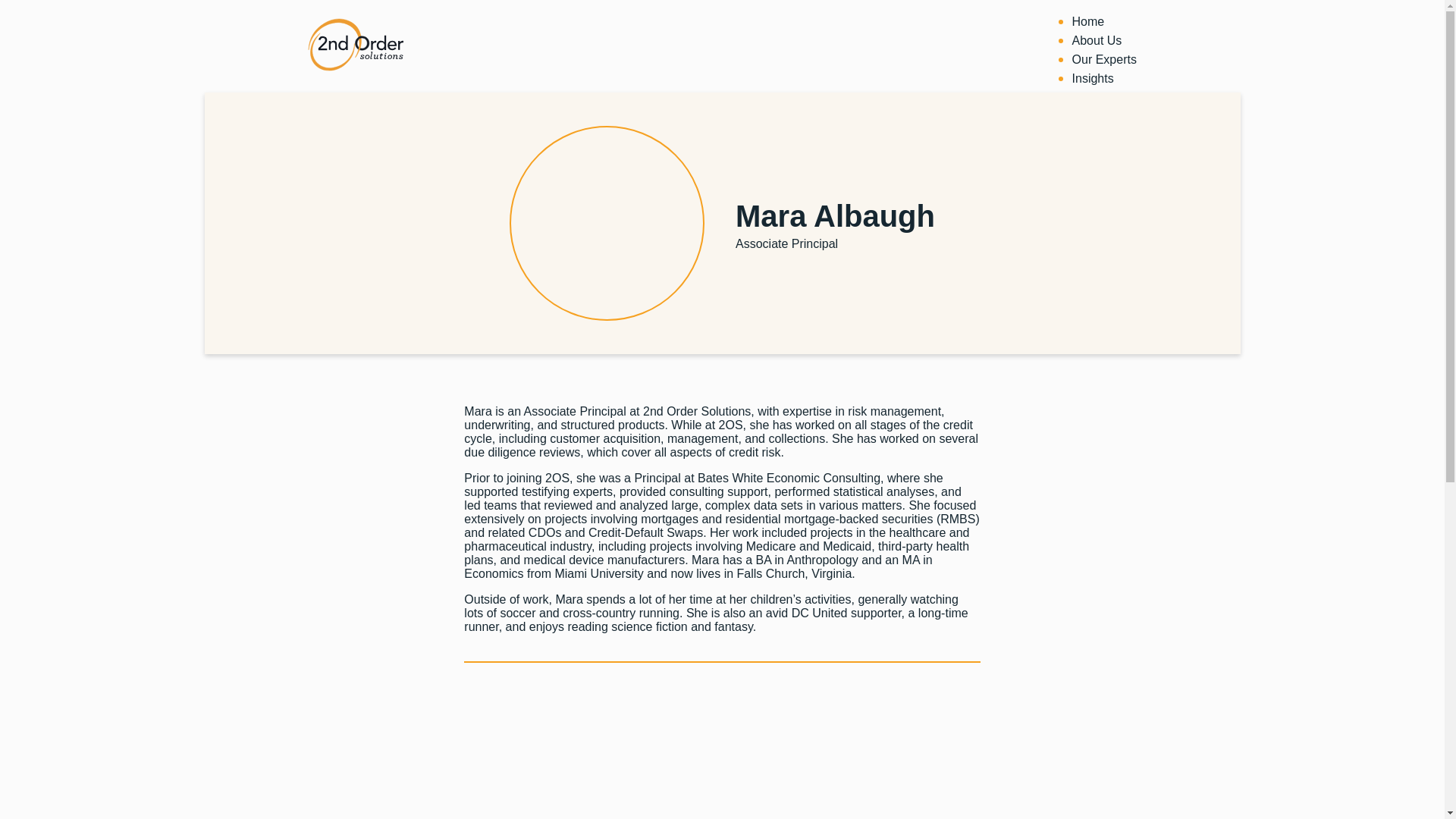 Image resolution: width=1456 pixels, height=819 pixels. What do you see at coordinates (834, 216) in the screenshot?
I see `'Mara Albaugh'` at bounding box center [834, 216].